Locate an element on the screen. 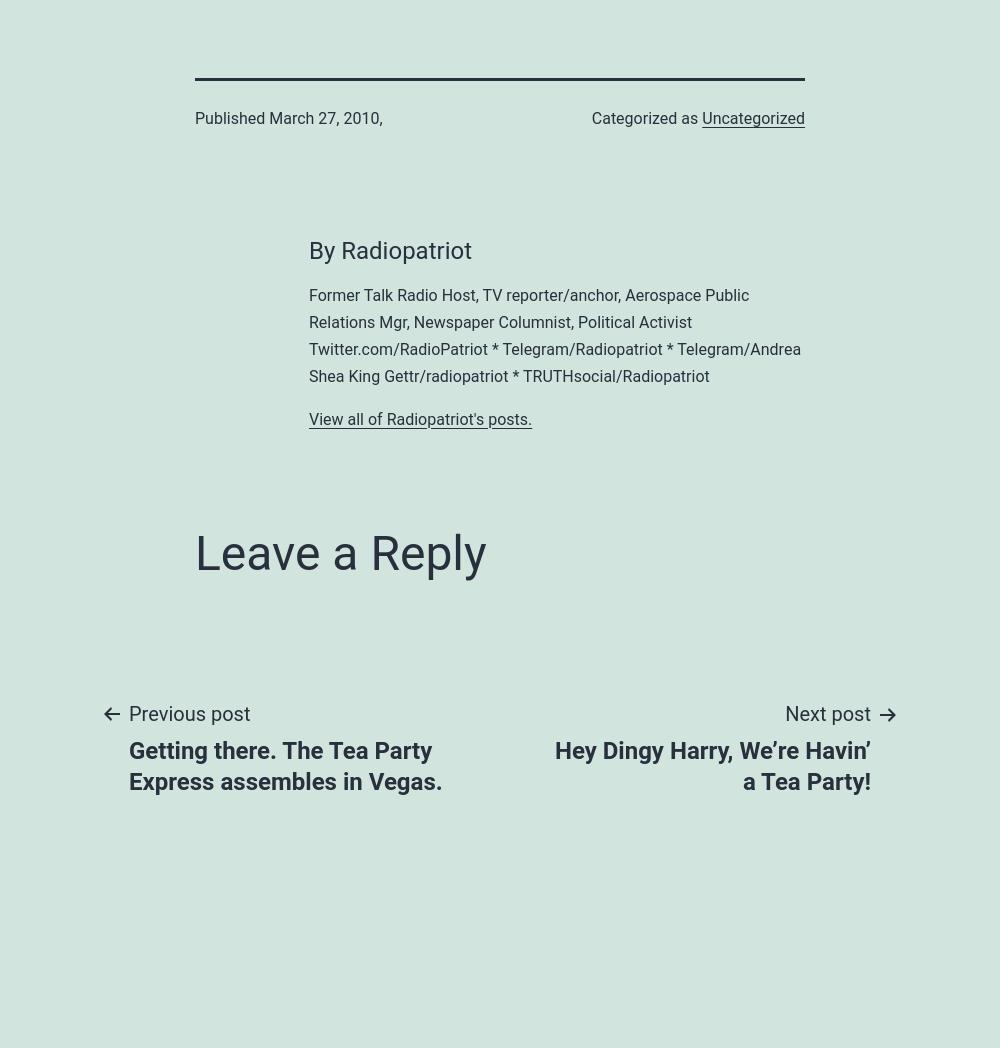 The width and height of the screenshot is (1000, 1048). 'View all of Radiopatriot's posts.' is located at coordinates (420, 418).